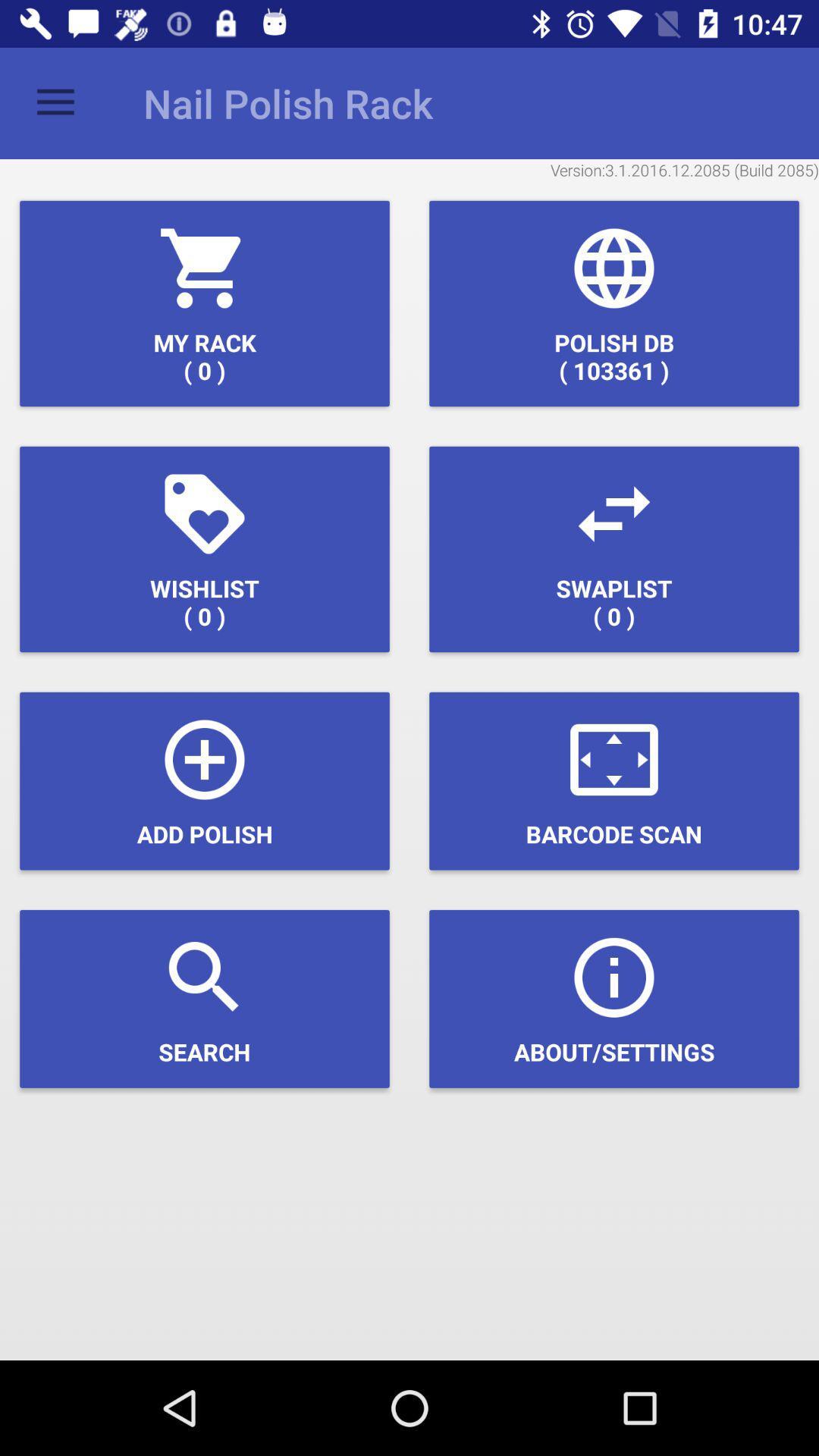 This screenshot has height=1456, width=819. I want to click on icon below add polish icon, so click(205, 999).